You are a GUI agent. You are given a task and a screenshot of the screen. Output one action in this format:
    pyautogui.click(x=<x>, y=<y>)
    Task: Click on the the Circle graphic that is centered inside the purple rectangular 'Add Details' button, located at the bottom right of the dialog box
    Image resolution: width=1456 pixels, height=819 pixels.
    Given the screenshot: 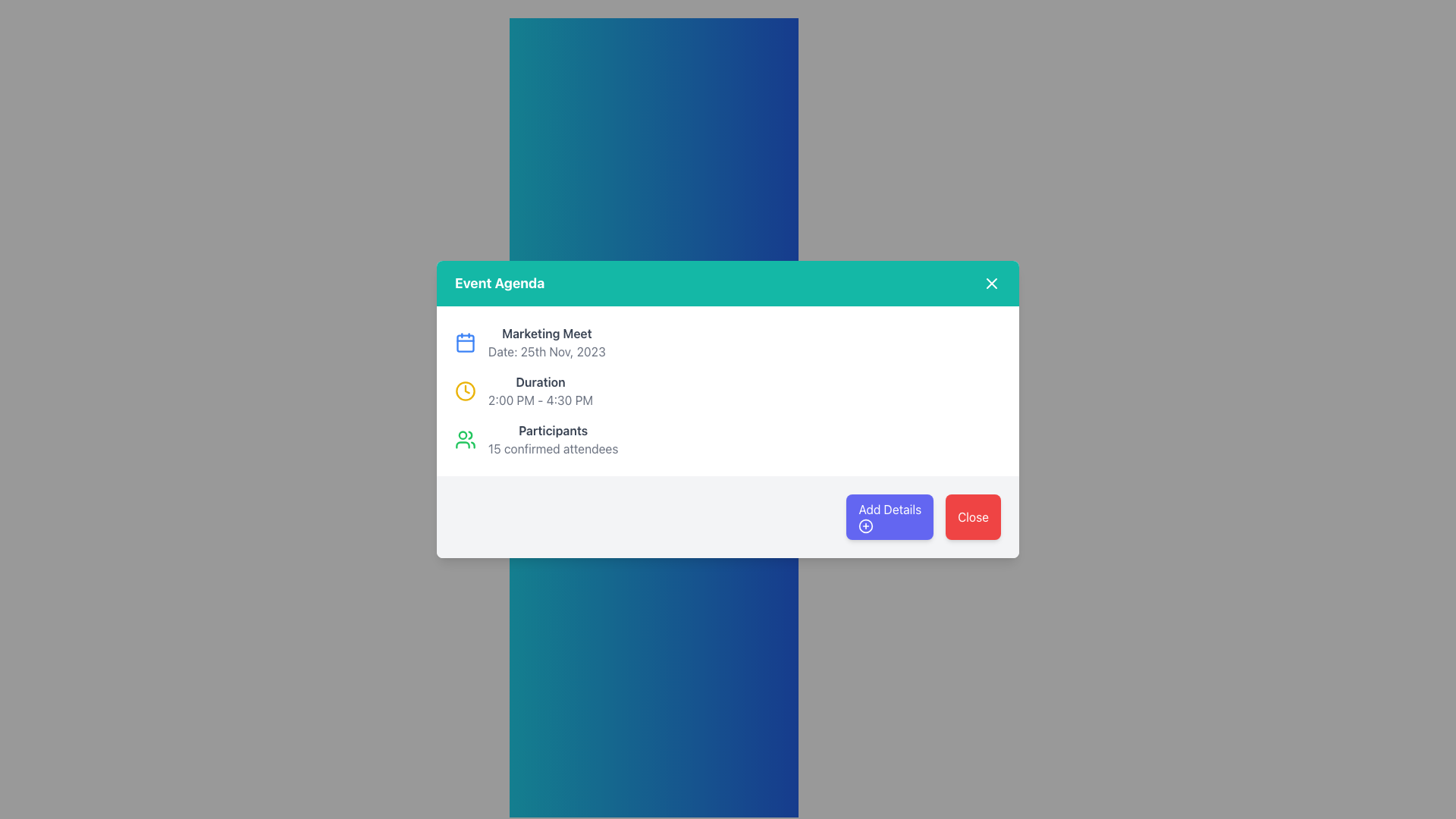 What is the action you would take?
    pyautogui.click(x=866, y=526)
    